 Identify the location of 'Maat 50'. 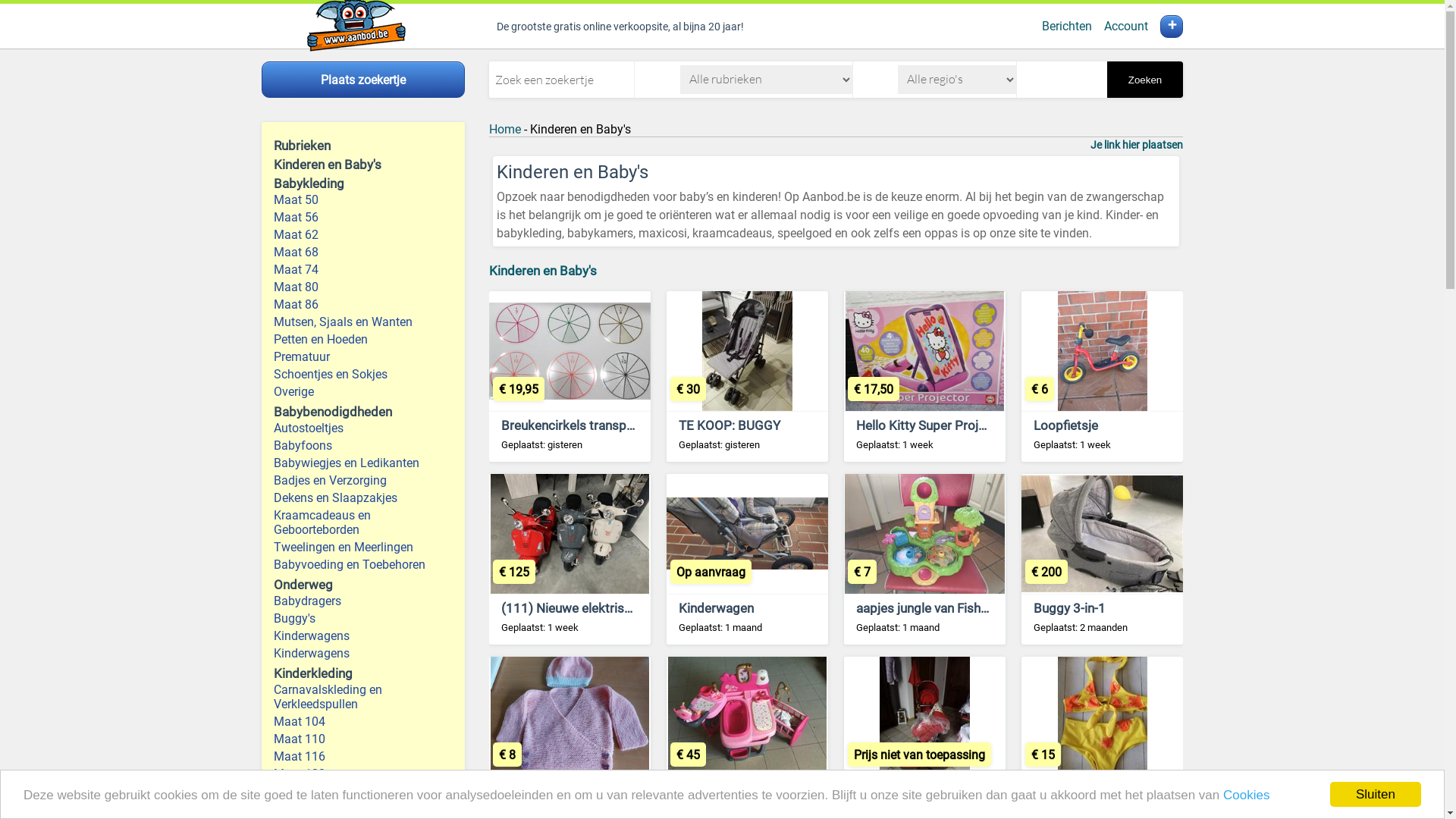
(362, 199).